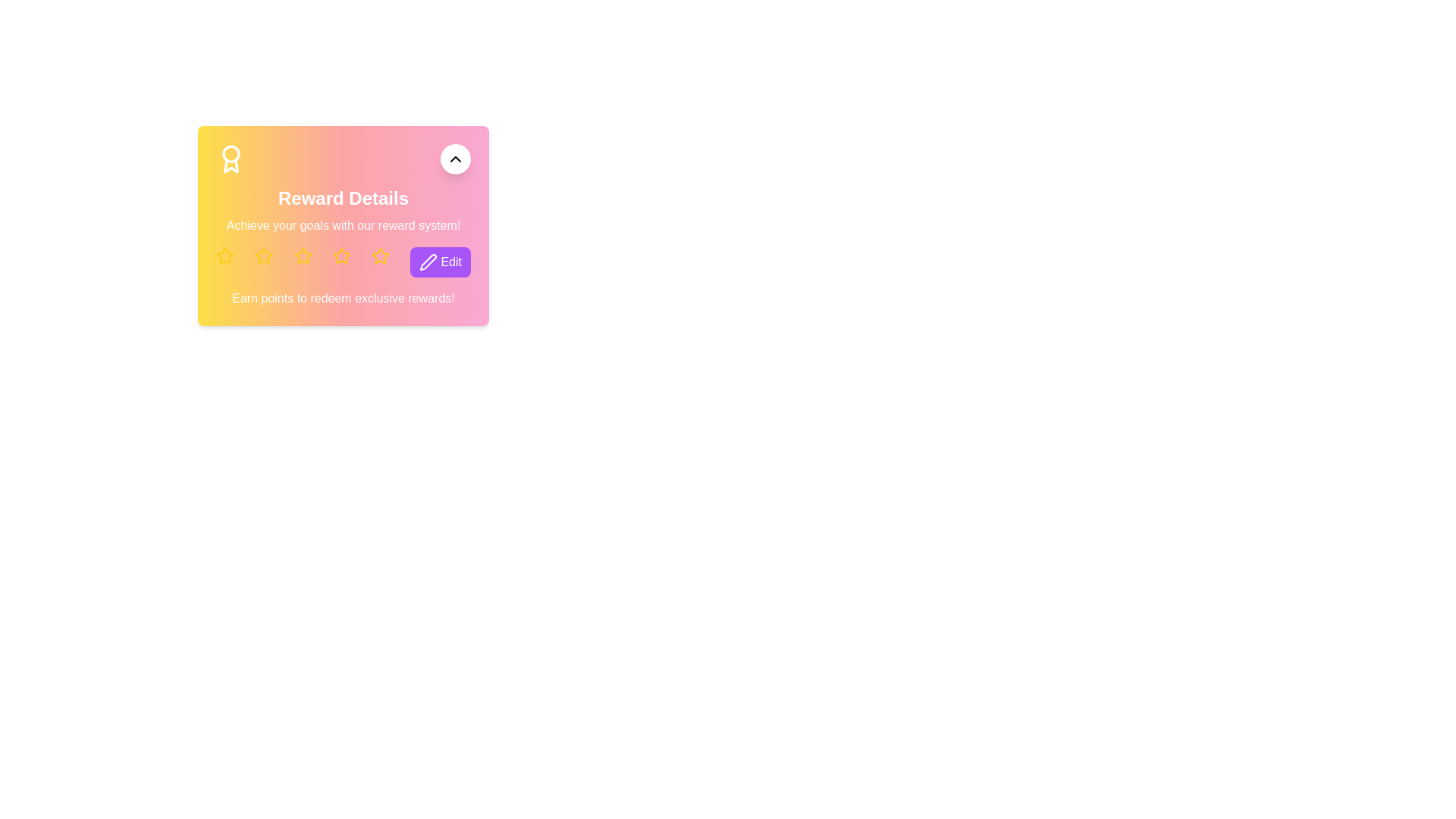 This screenshot has height=819, width=1456. Describe the element at coordinates (224, 255) in the screenshot. I see `the yellow star icon located in the rewards details section` at that location.